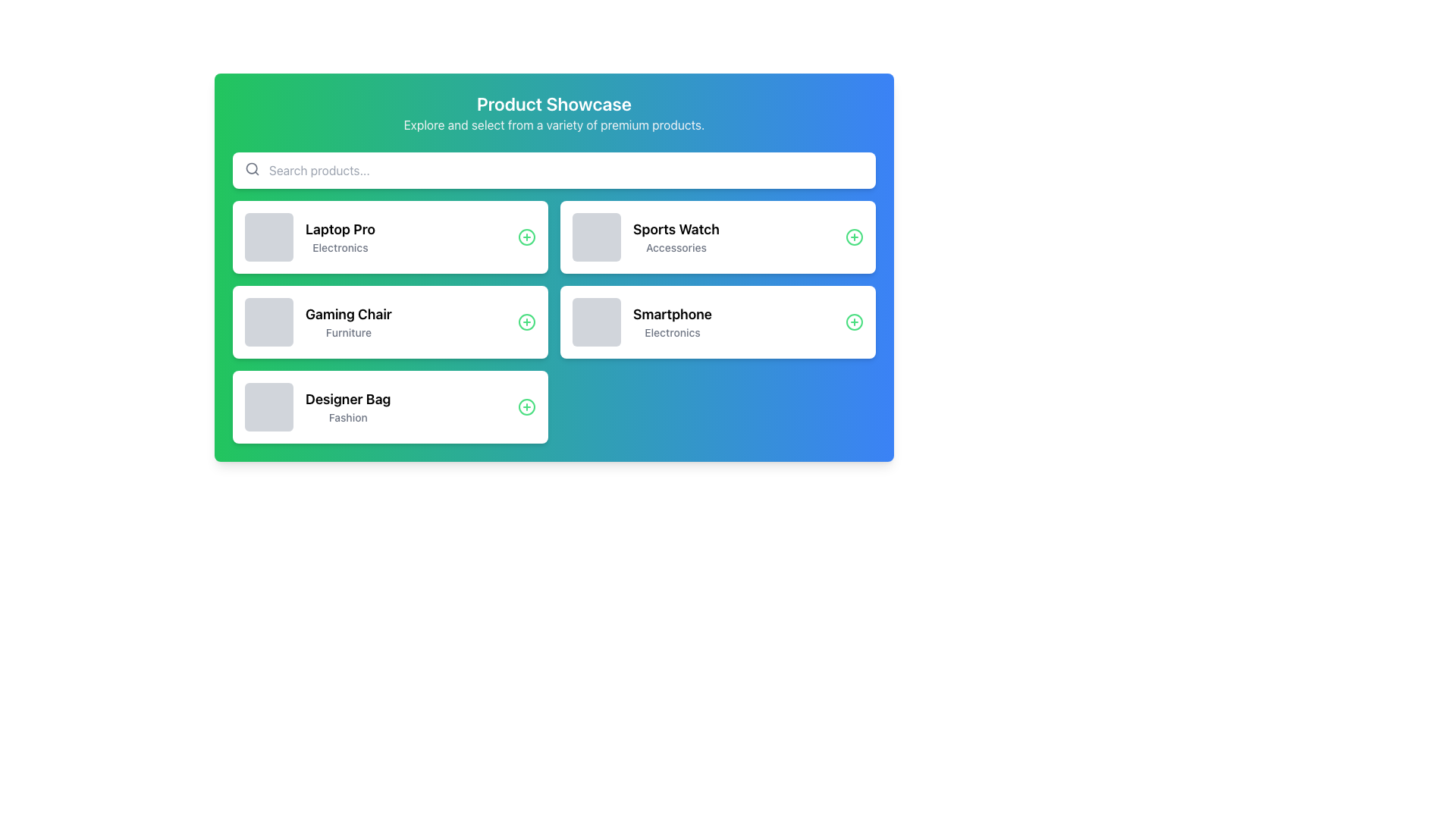  Describe the element at coordinates (553, 124) in the screenshot. I see `the text label that provides context or instructions, positioned below the title 'Product Showcase' and spanning horizontally across the top of the page` at that location.